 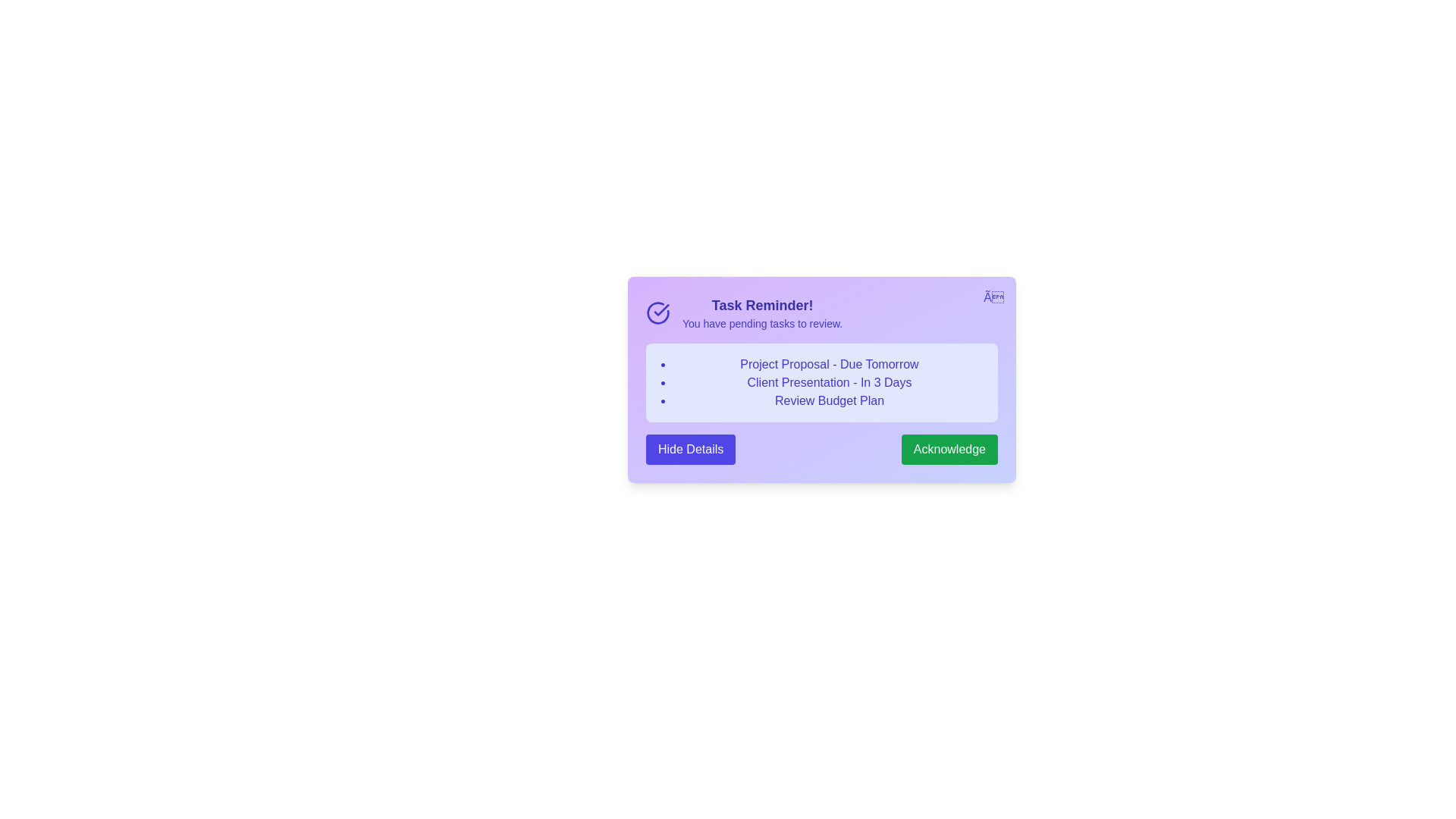 I want to click on the task title 'Review Budget Plan' for interaction, so click(x=829, y=400).